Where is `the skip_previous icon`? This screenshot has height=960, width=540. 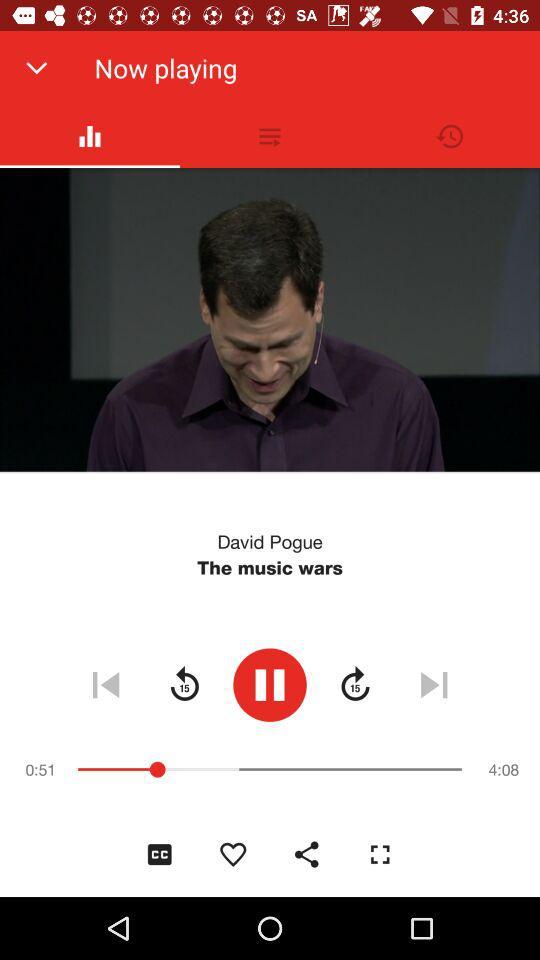 the skip_previous icon is located at coordinates (105, 684).